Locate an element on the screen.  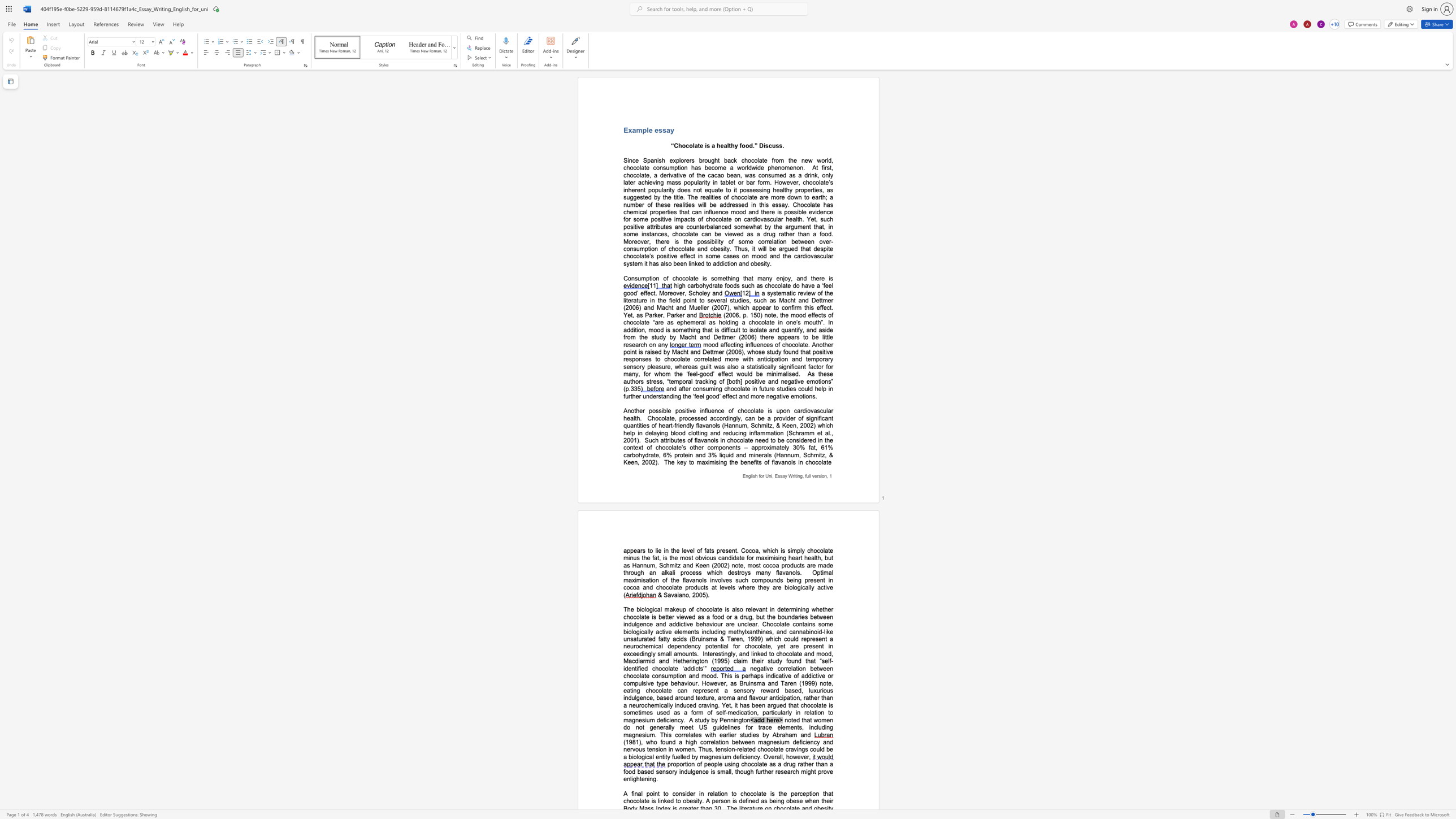
the space between the continuous character "o" and "n" in the text is located at coordinates (786, 410).